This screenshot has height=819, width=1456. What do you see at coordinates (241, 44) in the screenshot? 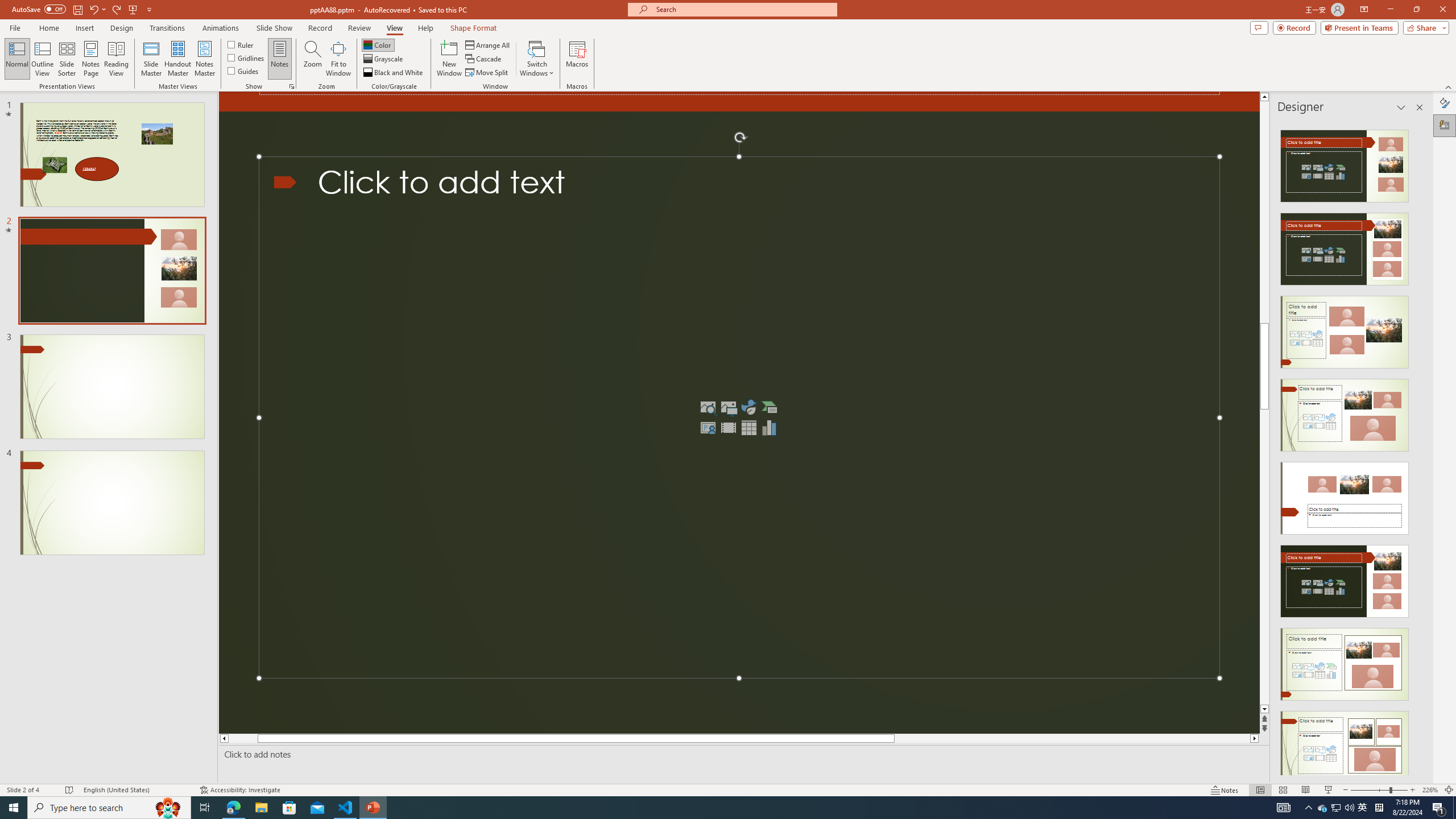
I see `'Ruler'` at bounding box center [241, 44].